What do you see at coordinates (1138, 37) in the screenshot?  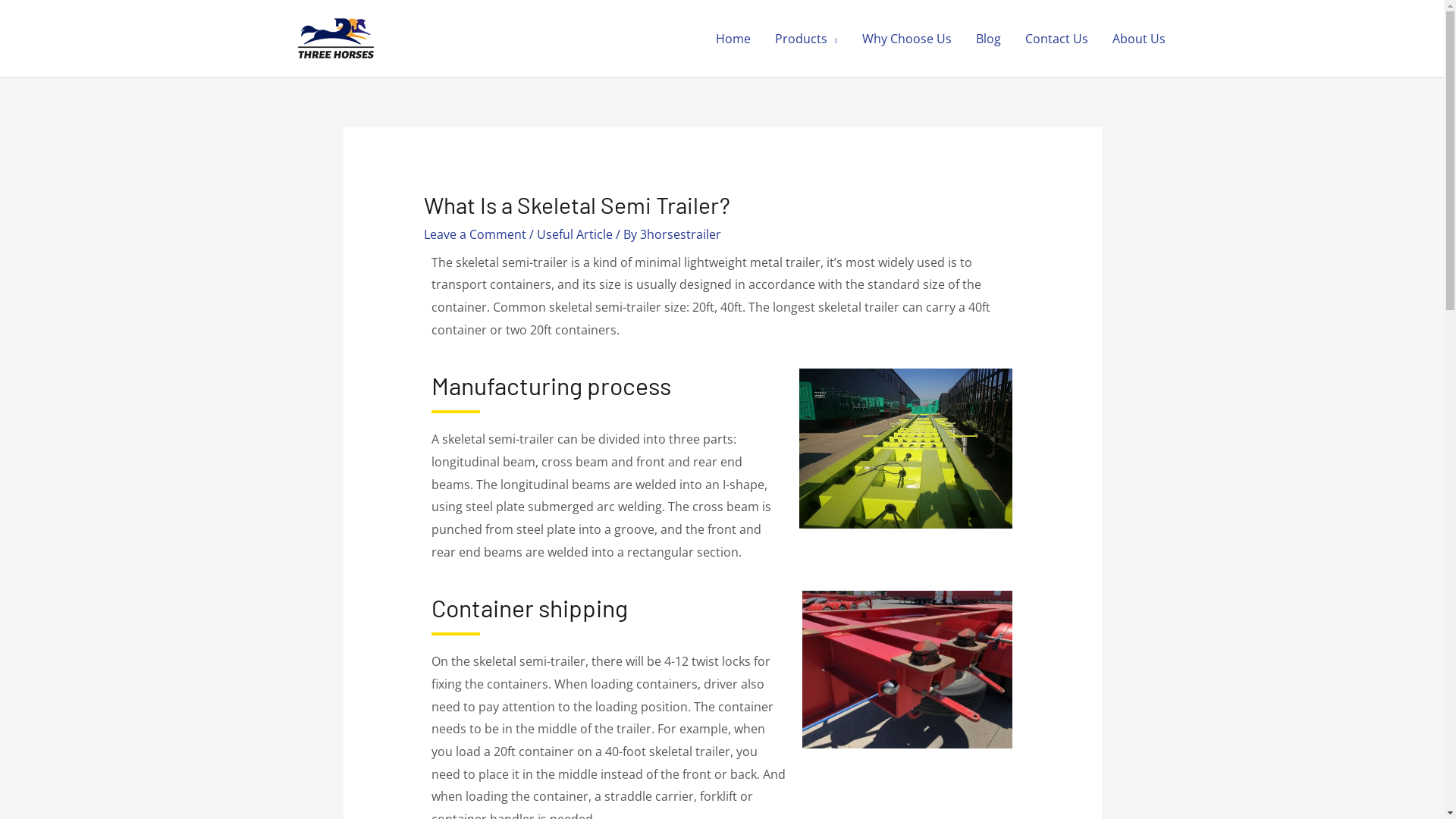 I see `'About Us'` at bounding box center [1138, 37].